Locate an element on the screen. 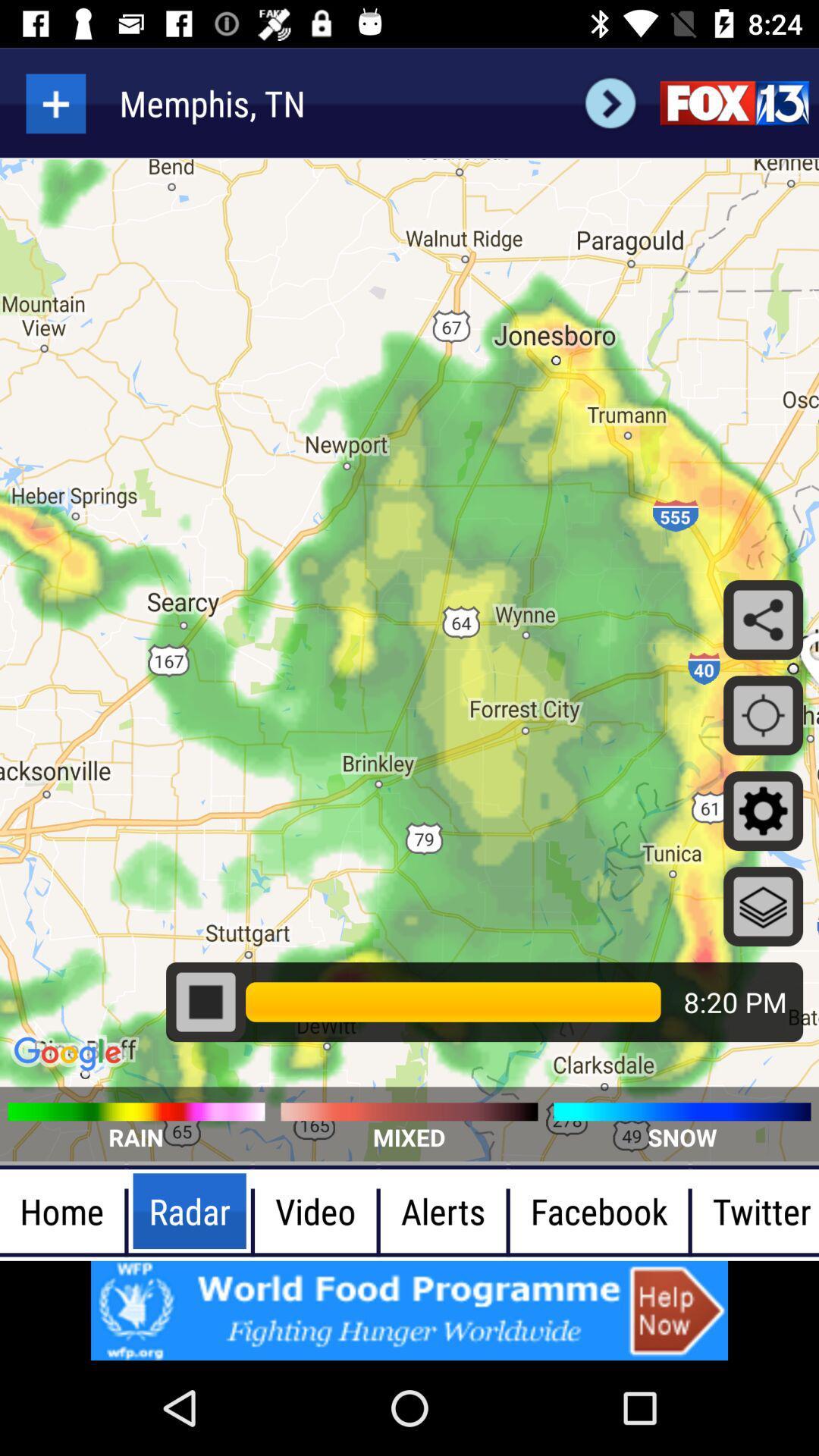  more items is located at coordinates (55, 102).